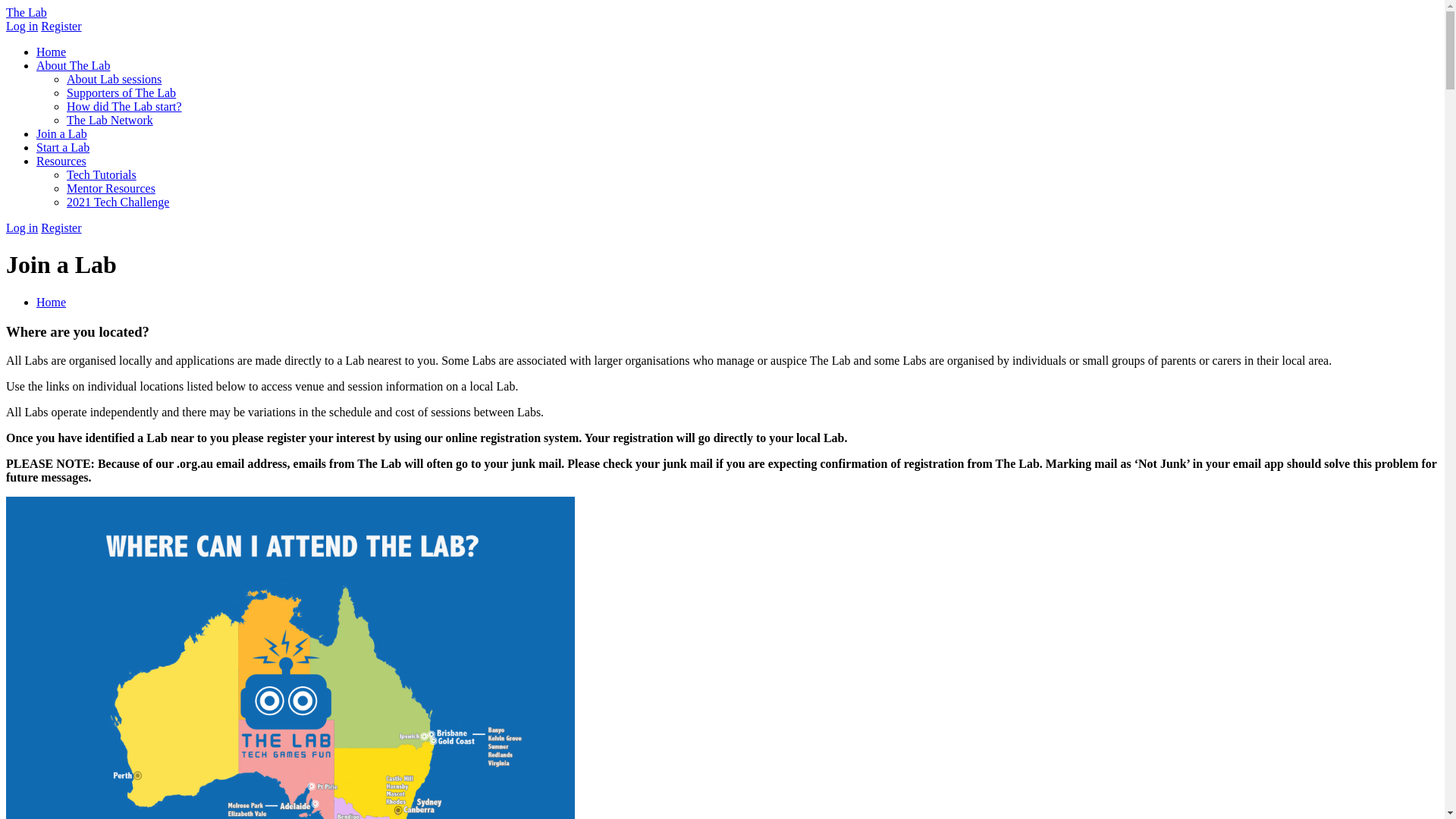  Describe the element at coordinates (72, 64) in the screenshot. I see `'About The Lab'` at that location.